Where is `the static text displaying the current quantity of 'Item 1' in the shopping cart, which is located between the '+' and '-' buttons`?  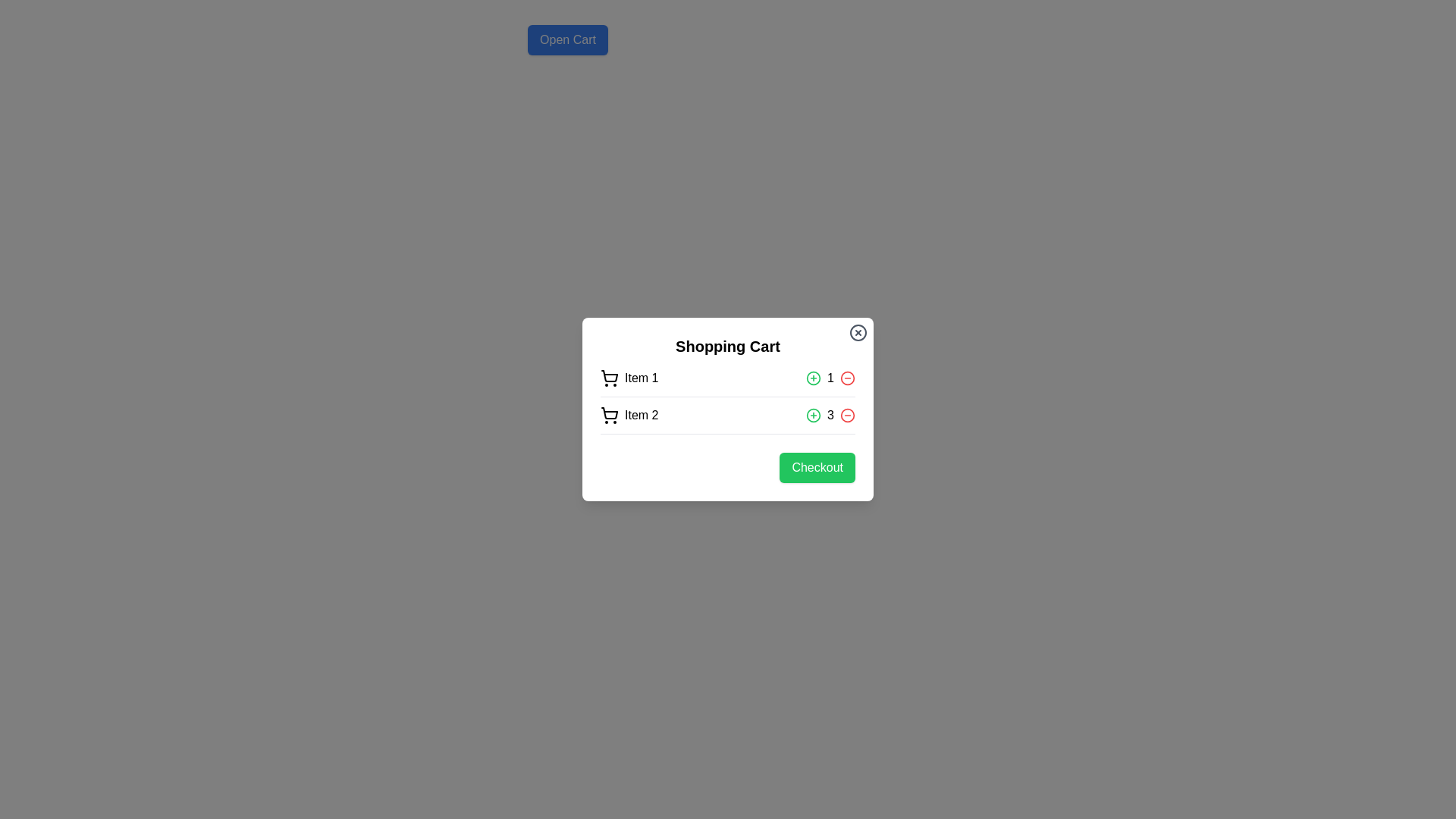 the static text displaying the current quantity of 'Item 1' in the shopping cart, which is located between the '+' and '-' buttons is located at coordinates (830, 377).